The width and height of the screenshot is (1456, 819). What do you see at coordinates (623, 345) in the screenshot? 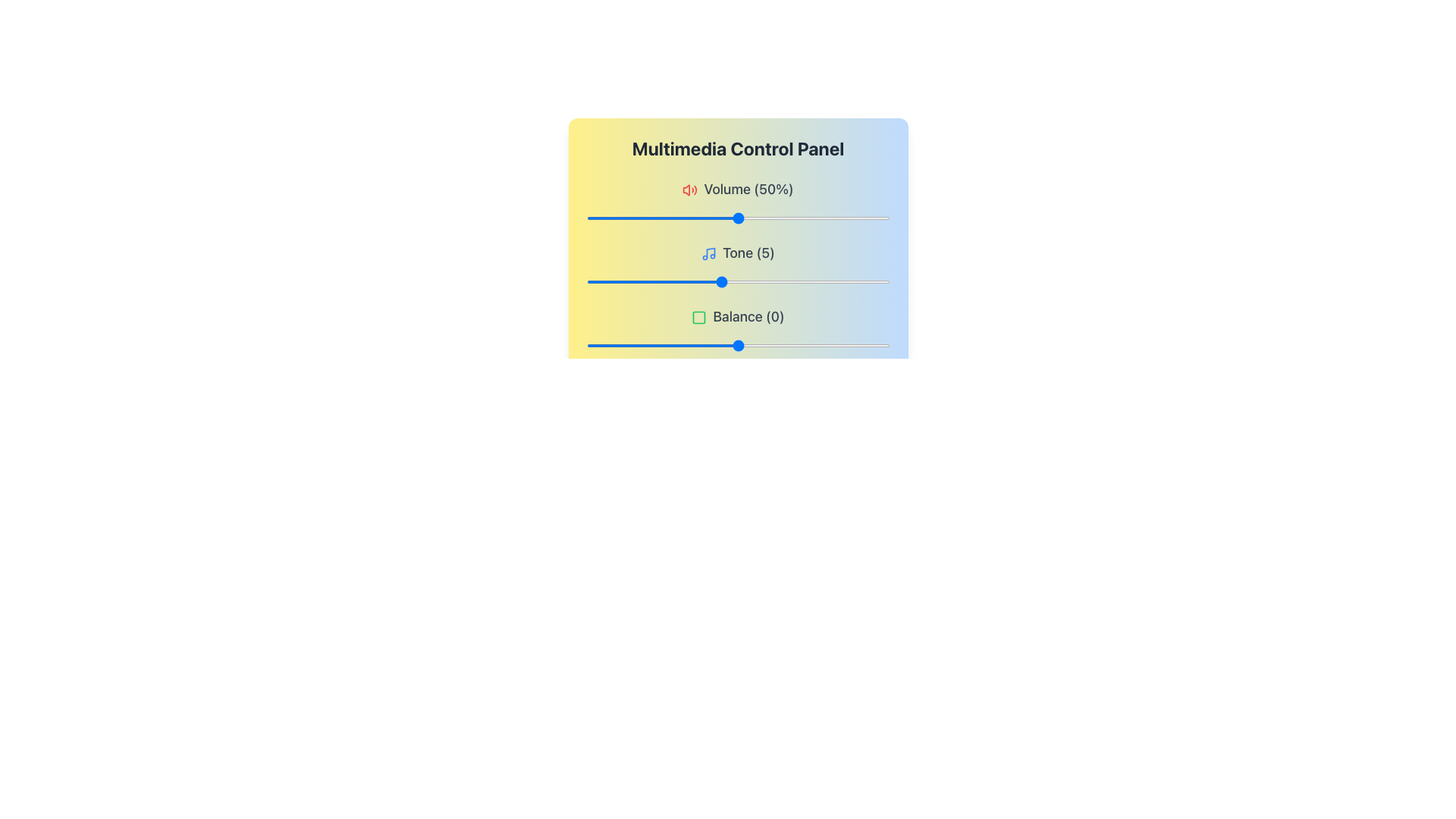
I see `the balance` at bounding box center [623, 345].